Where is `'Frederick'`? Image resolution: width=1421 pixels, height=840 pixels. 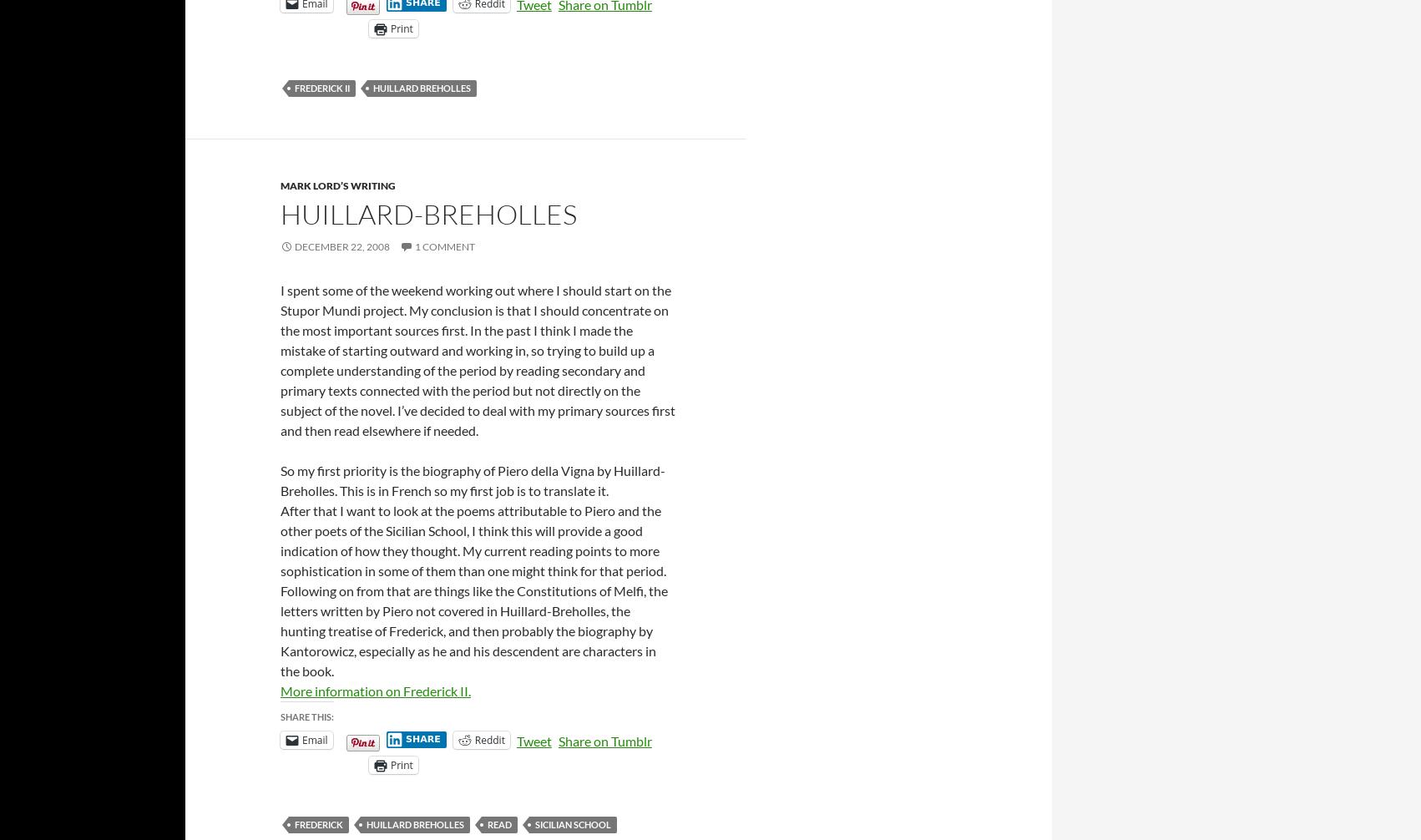
'Frederick' is located at coordinates (318, 822).